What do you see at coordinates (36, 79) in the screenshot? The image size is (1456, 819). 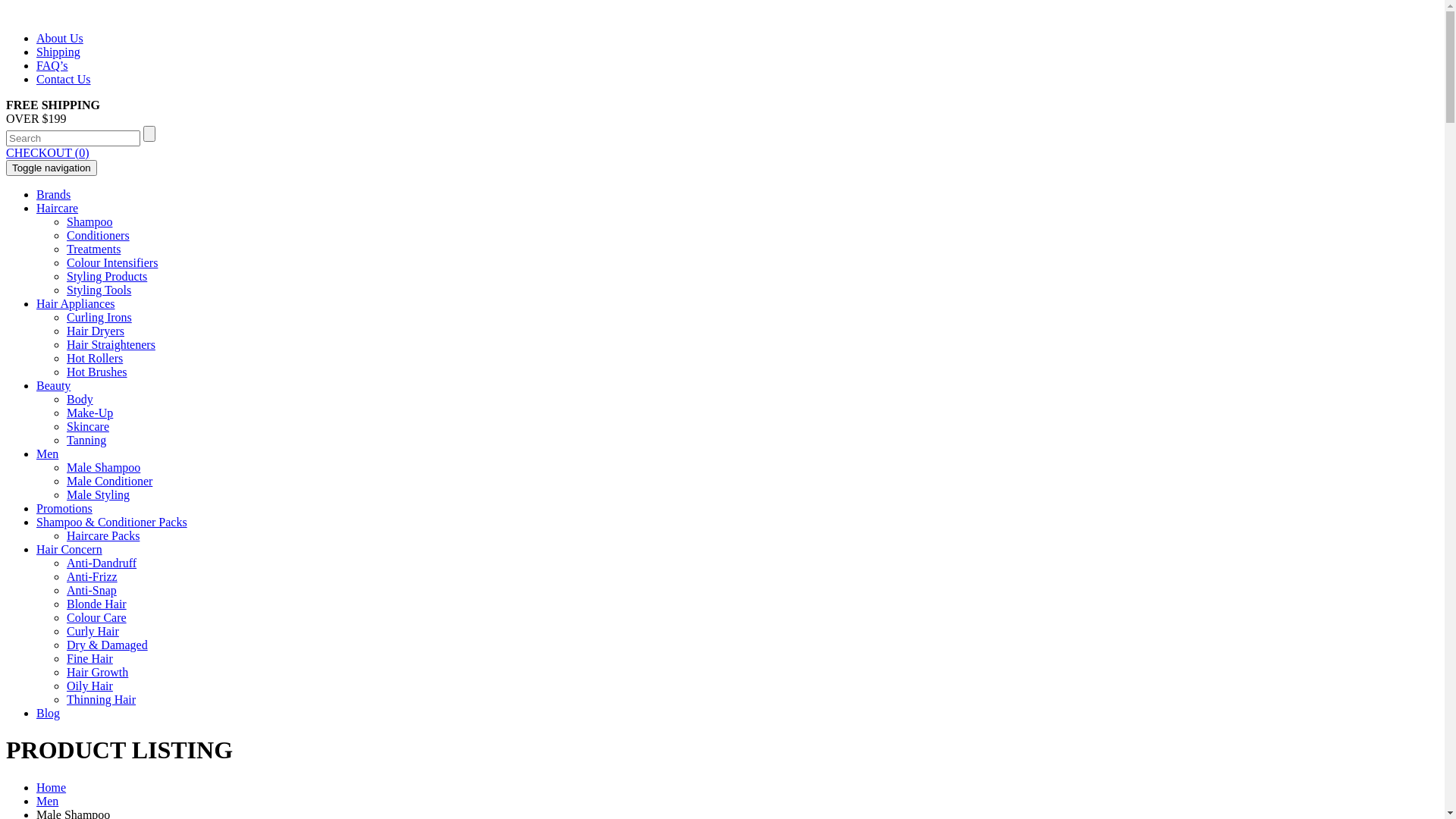 I see `'Contact Us'` at bounding box center [36, 79].